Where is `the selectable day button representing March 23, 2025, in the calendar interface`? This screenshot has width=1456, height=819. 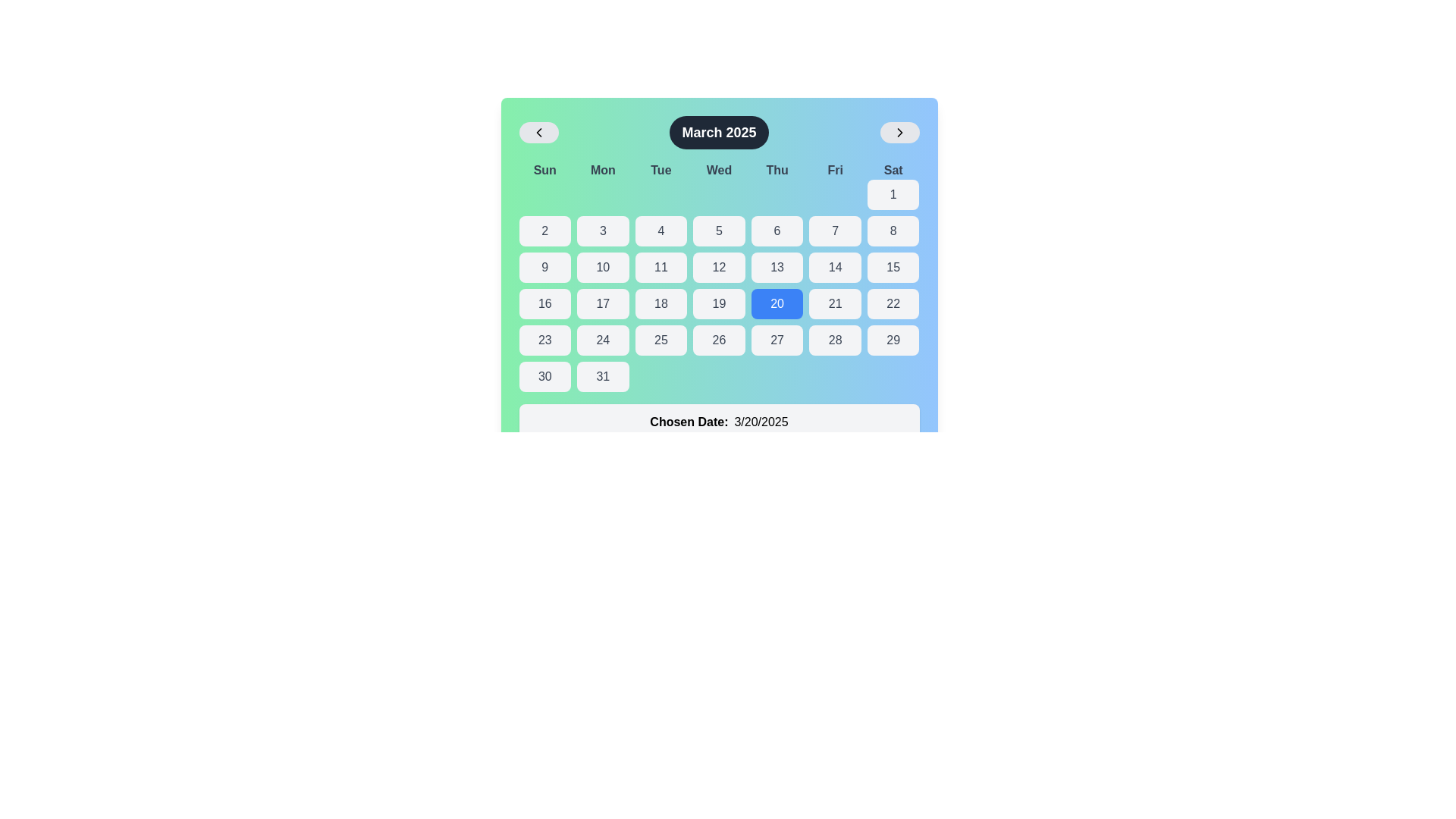 the selectable day button representing March 23, 2025, in the calendar interface is located at coordinates (544, 339).